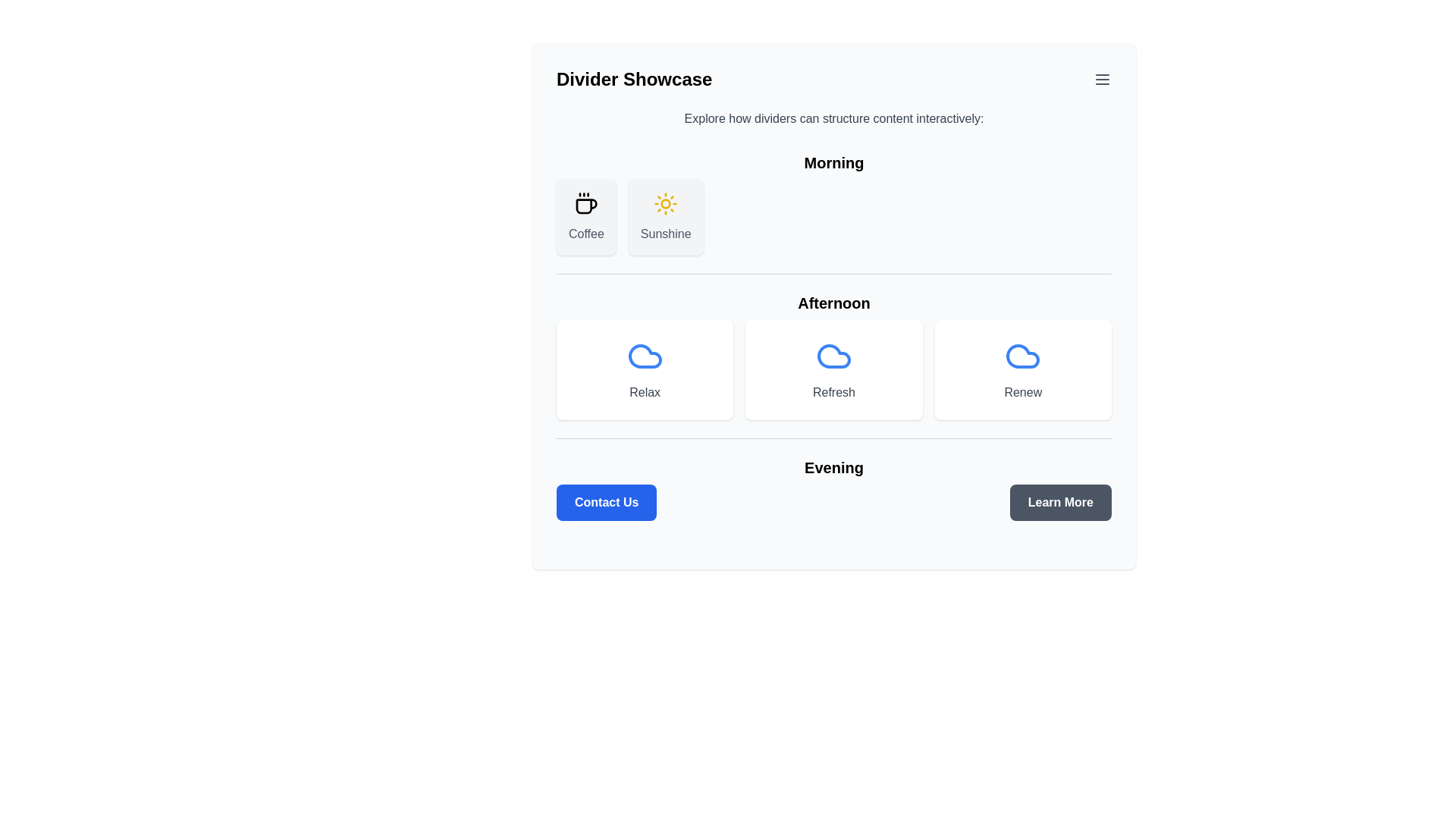  I want to click on the non-interactive text label or heading that serves as a contextual title above the 'Contact Us' and 'Learn More' buttons, so click(833, 467).